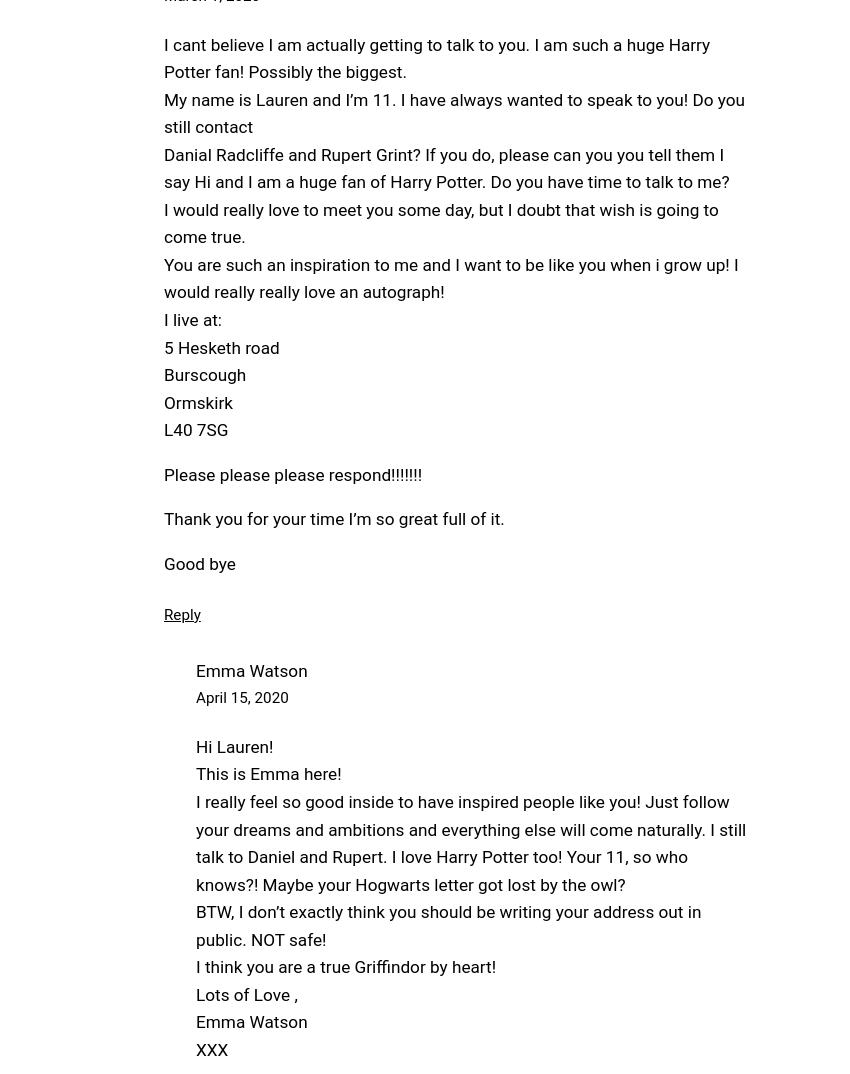  Describe the element at coordinates (234, 746) in the screenshot. I see `'Hi Lauren!'` at that location.